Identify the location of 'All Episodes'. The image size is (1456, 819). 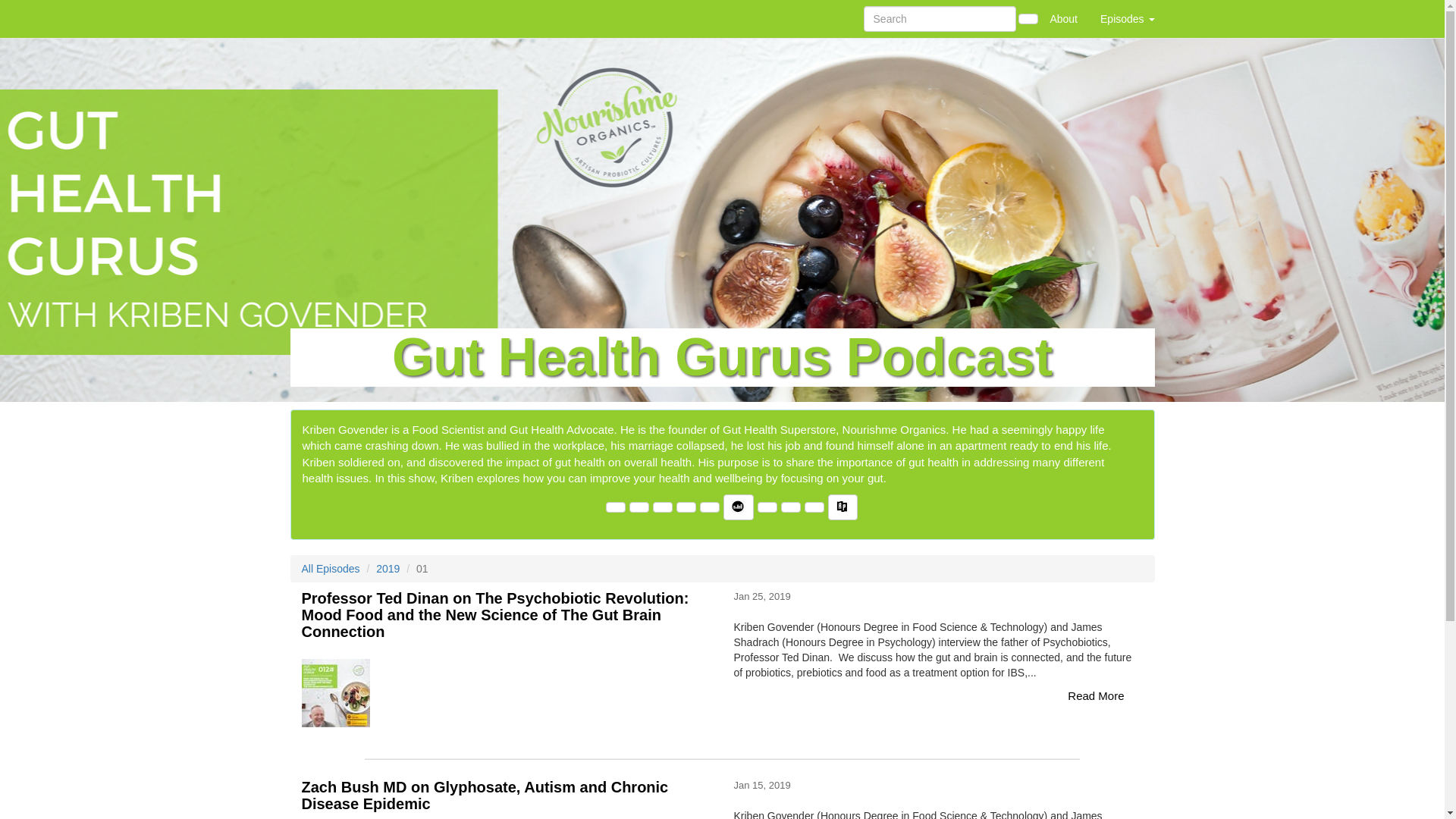
(330, 568).